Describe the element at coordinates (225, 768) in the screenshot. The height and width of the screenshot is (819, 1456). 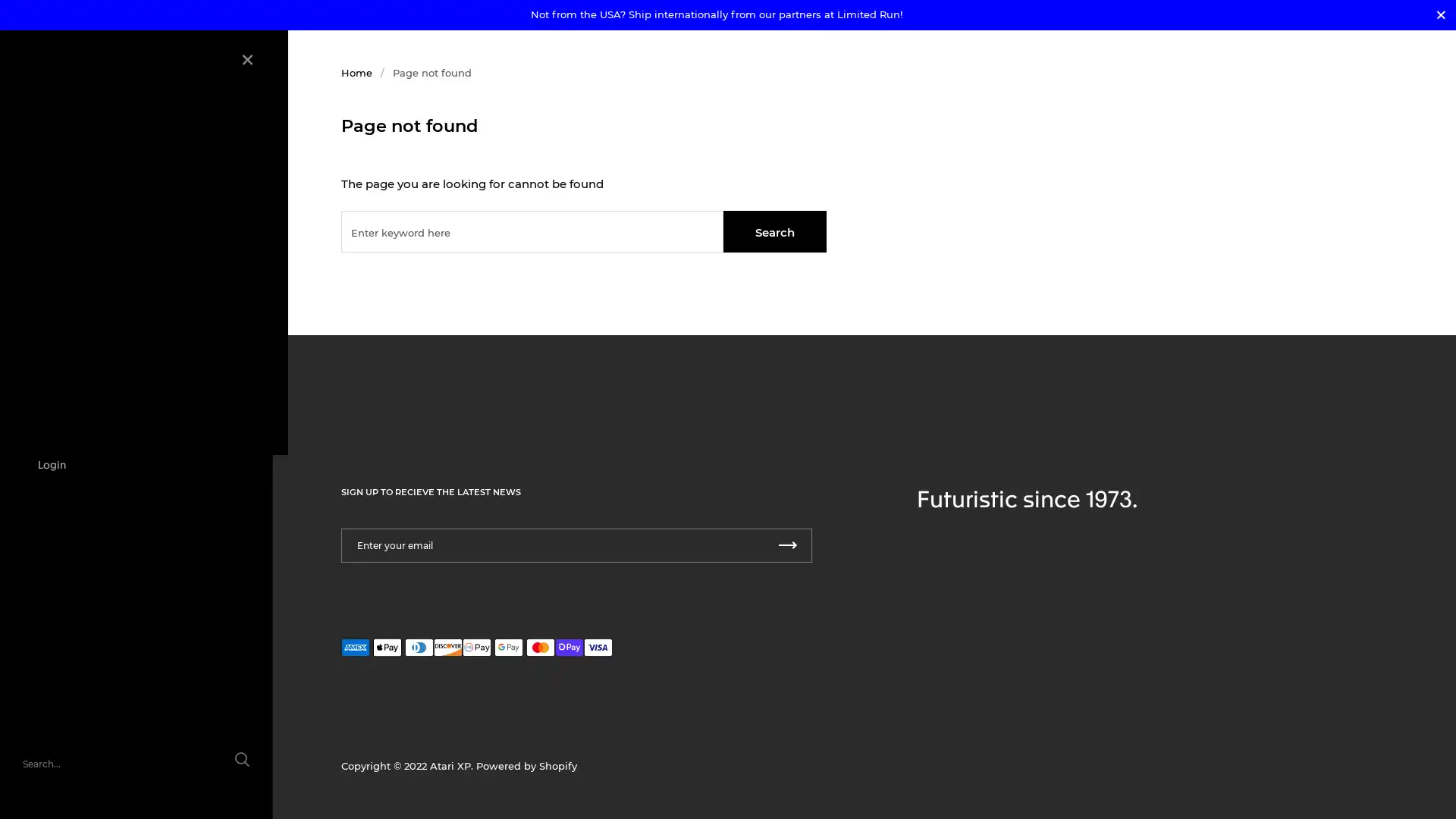
I see `Submit` at that location.